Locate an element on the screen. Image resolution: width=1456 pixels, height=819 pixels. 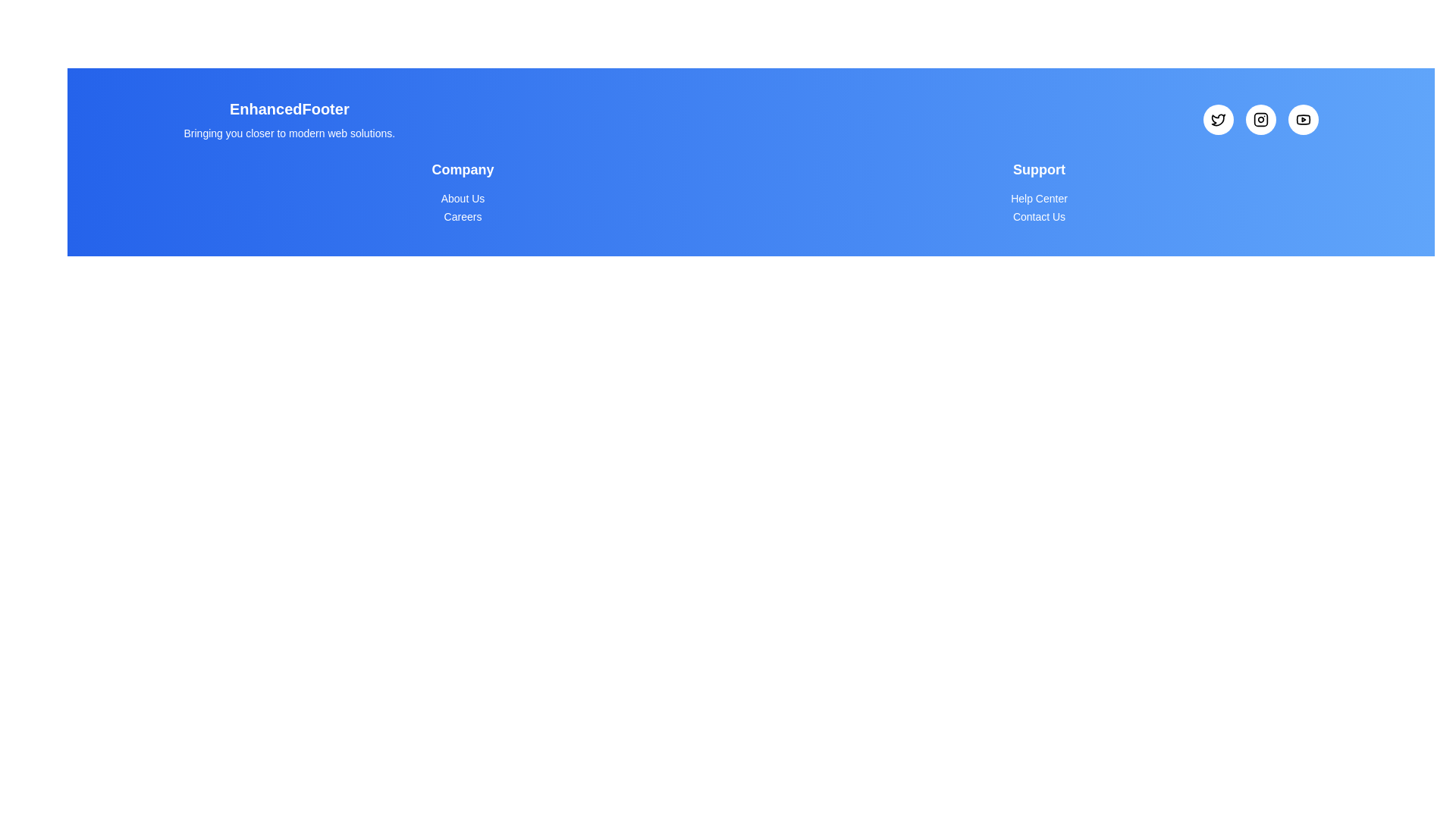
the Twitter icon, which is the second icon in a horizontal group of social media icons located is located at coordinates (1218, 119).